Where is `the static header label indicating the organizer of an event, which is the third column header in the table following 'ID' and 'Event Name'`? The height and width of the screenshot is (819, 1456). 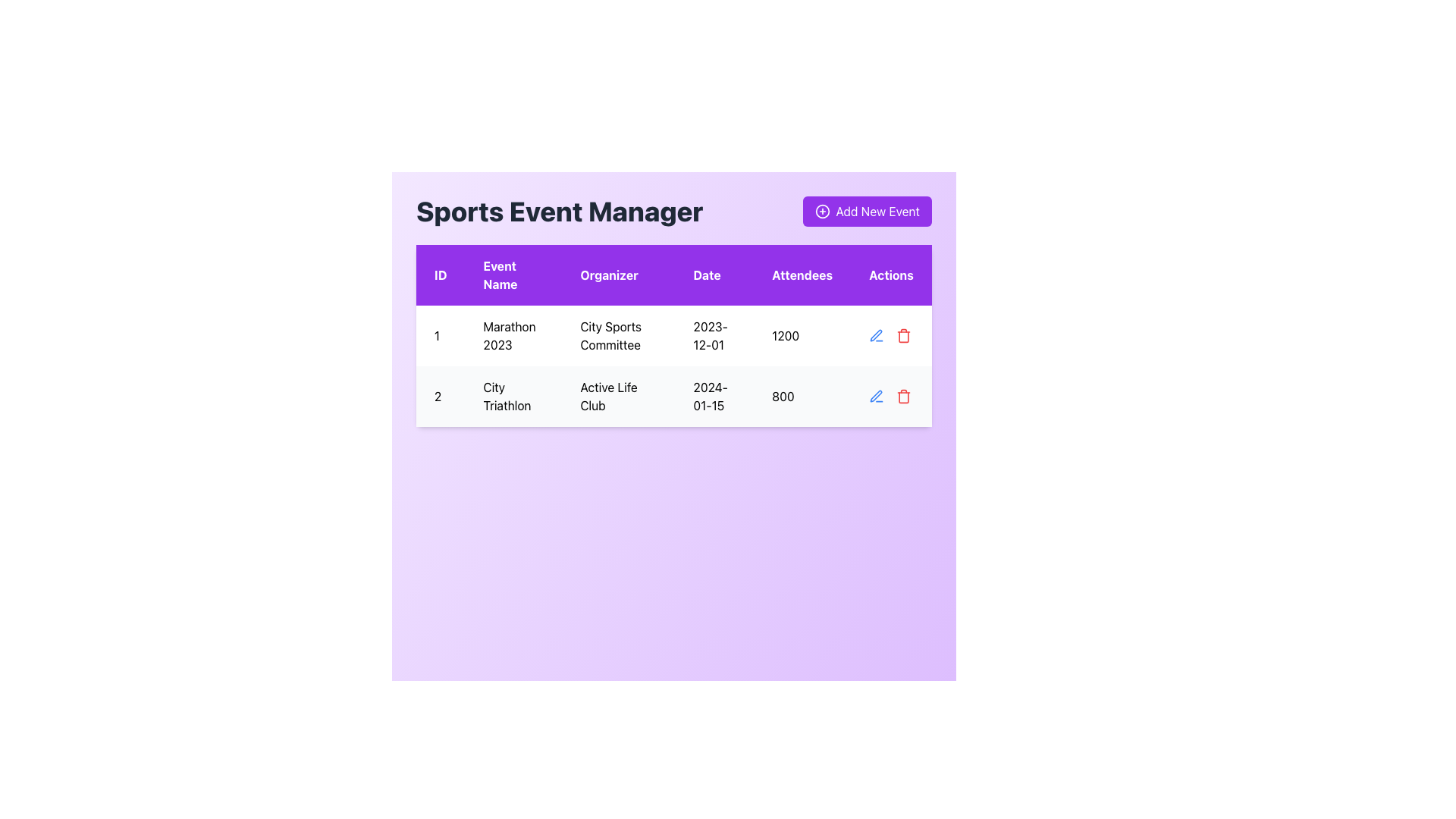
the static header label indicating the organizer of an event, which is the third column header in the table following 'ID' and 'Event Name' is located at coordinates (619, 275).